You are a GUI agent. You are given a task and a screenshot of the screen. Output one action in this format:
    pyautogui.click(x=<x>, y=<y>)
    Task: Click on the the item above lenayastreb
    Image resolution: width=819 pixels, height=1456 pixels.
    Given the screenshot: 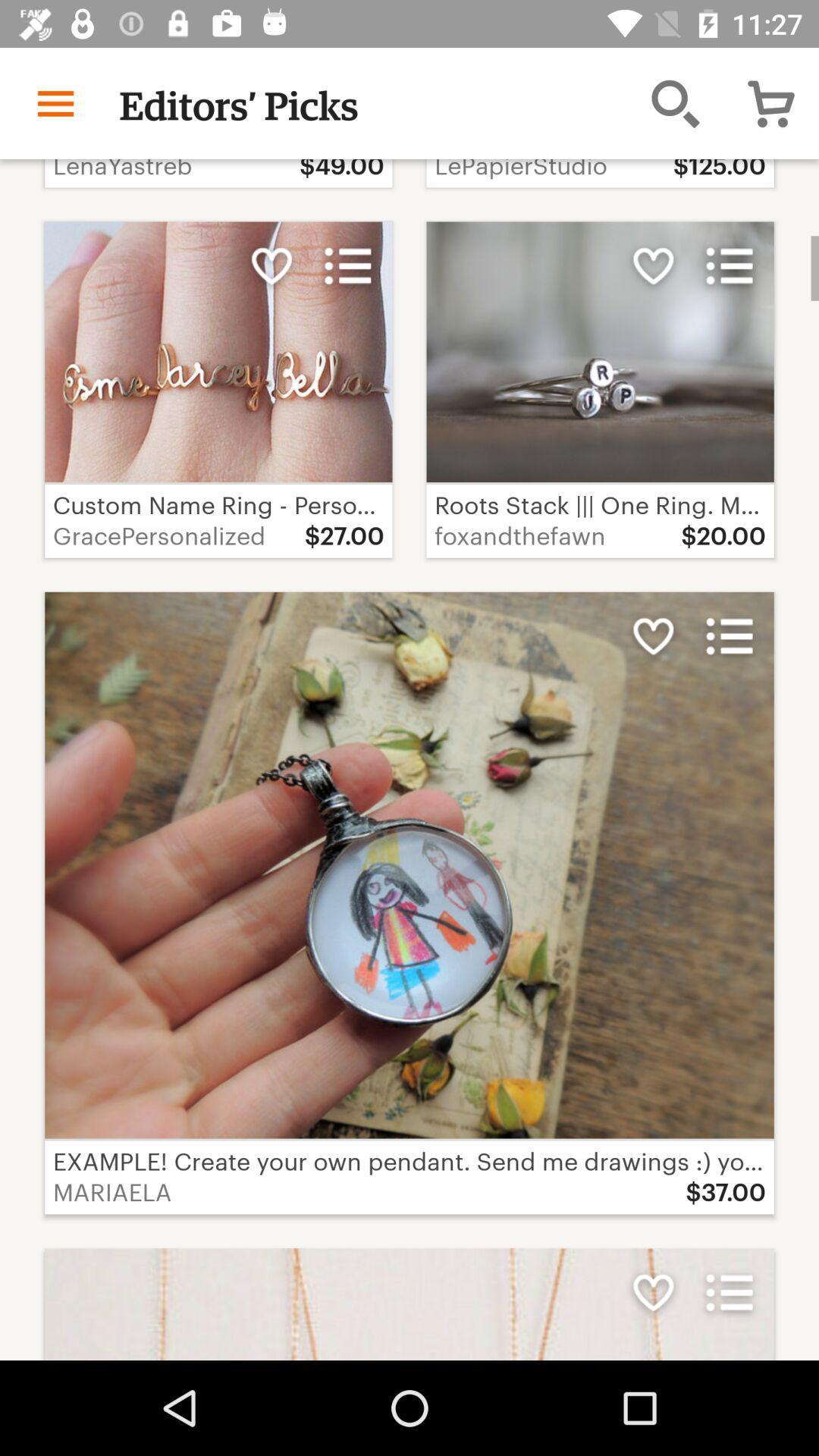 What is the action you would take?
    pyautogui.click(x=55, y=102)
    